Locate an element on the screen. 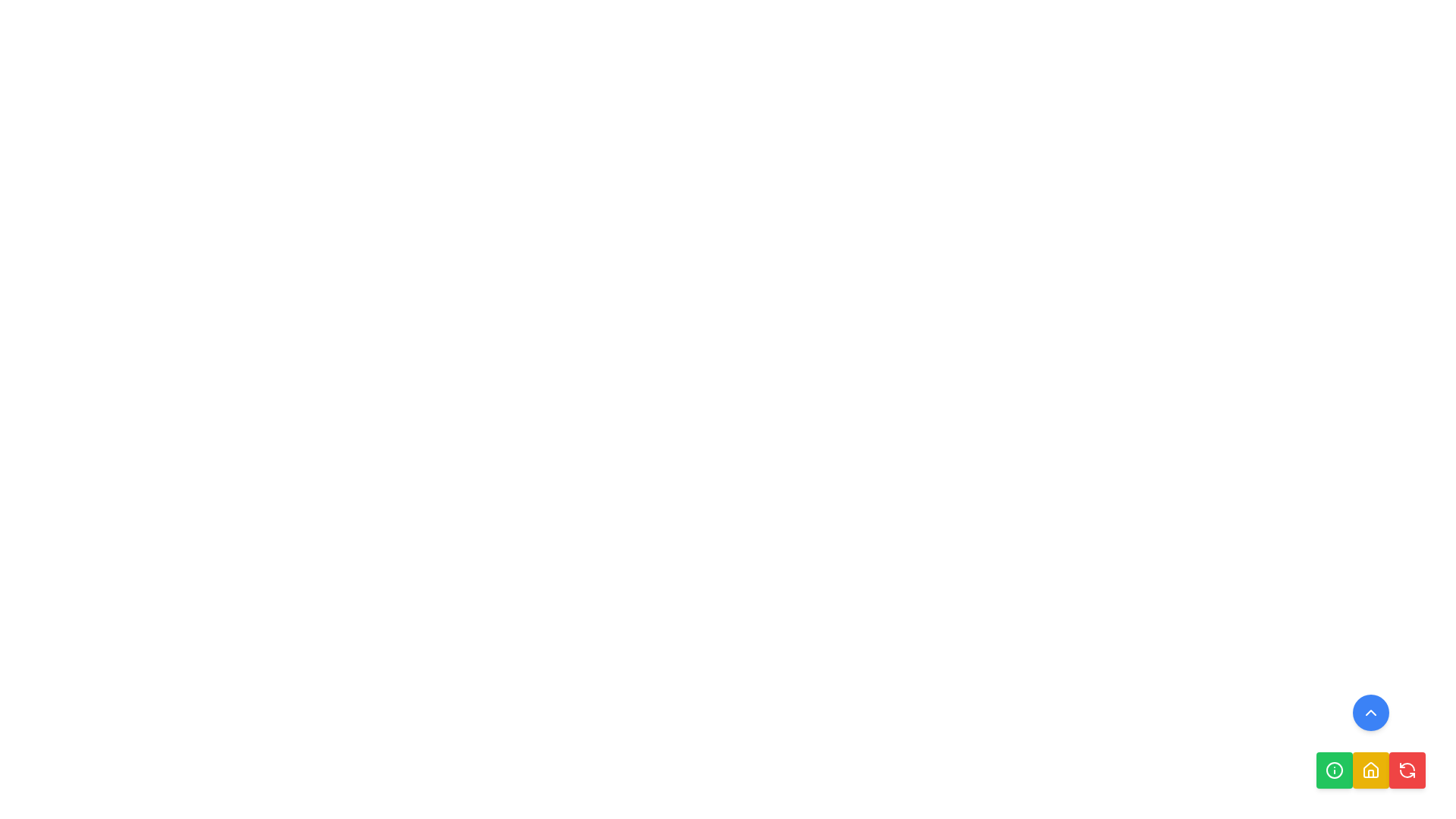 The image size is (1456, 819). the small circular information icon with a green background located inside the green button at the bottom right corner of the interface is located at coordinates (1335, 770).